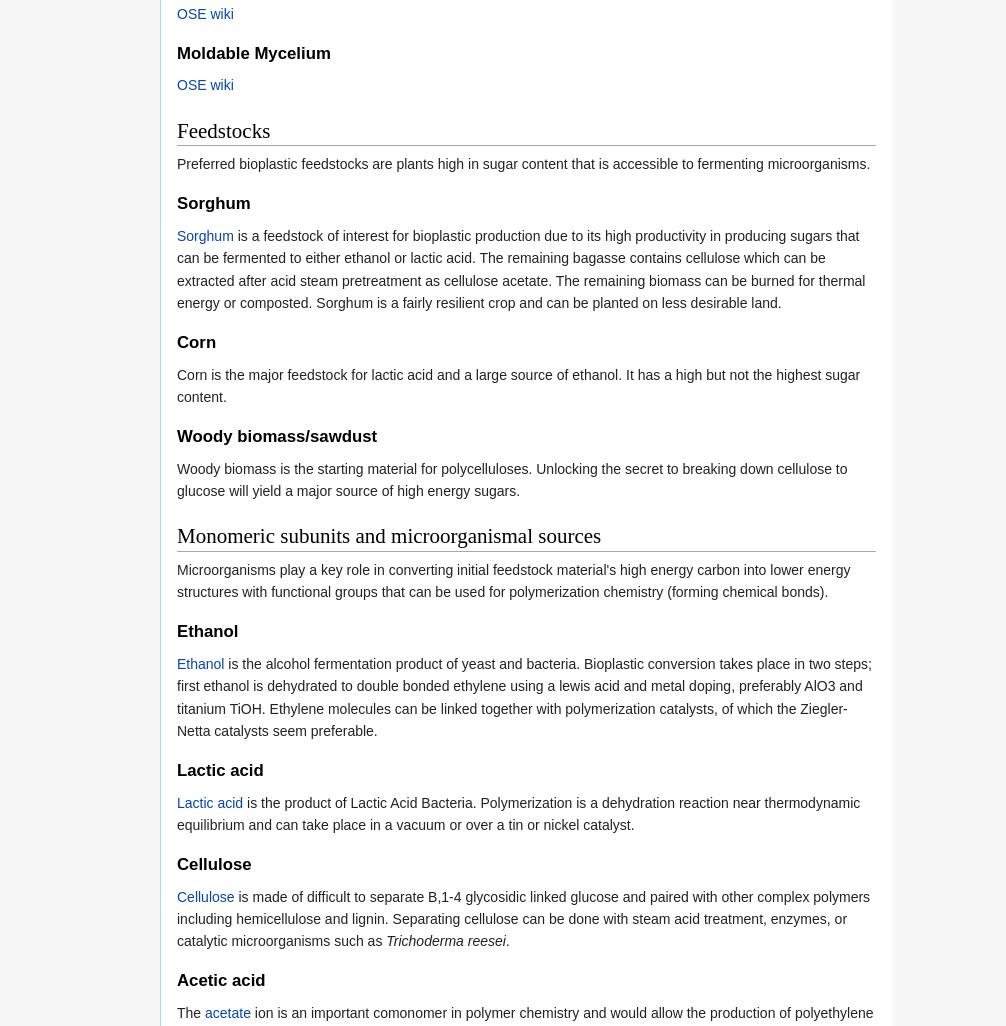 The height and width of the screenshot is (1026, 1006). Describe the element at coordinates (511, 478) in the screenshot. I see `'Woody biomass is the starting material for polycelluloses. Unlocking the secret to breaking down cellulose to glucose will yield a major source of high energy sugars.'` at that location.